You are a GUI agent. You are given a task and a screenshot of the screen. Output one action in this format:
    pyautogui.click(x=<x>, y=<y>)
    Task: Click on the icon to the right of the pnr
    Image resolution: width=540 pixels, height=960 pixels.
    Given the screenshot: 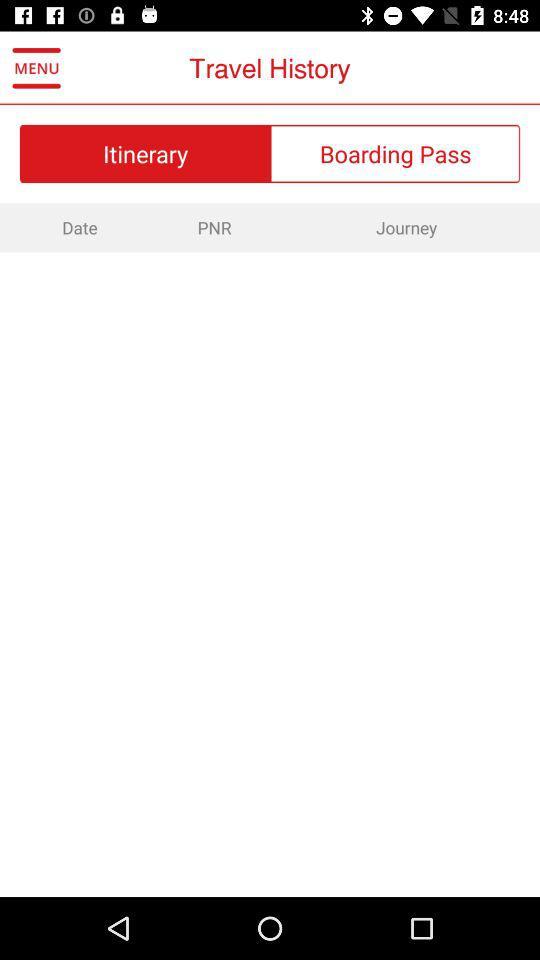 What is the action you would take?
    pyautogui.click(x=405, y=227)
    